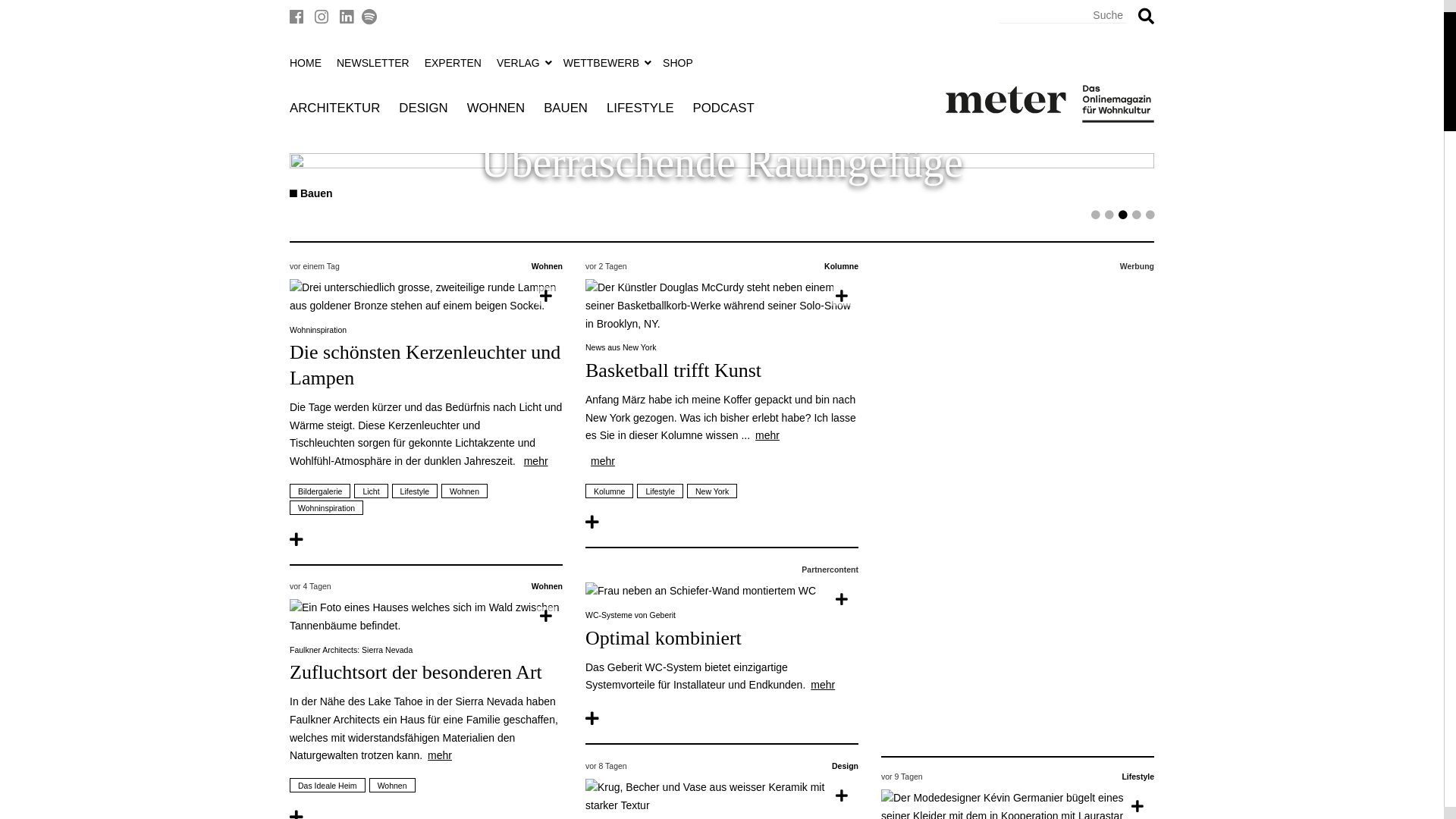  Describe the element at coordinates (831, 766) in the screenshot. I see `'Design'` at that location.